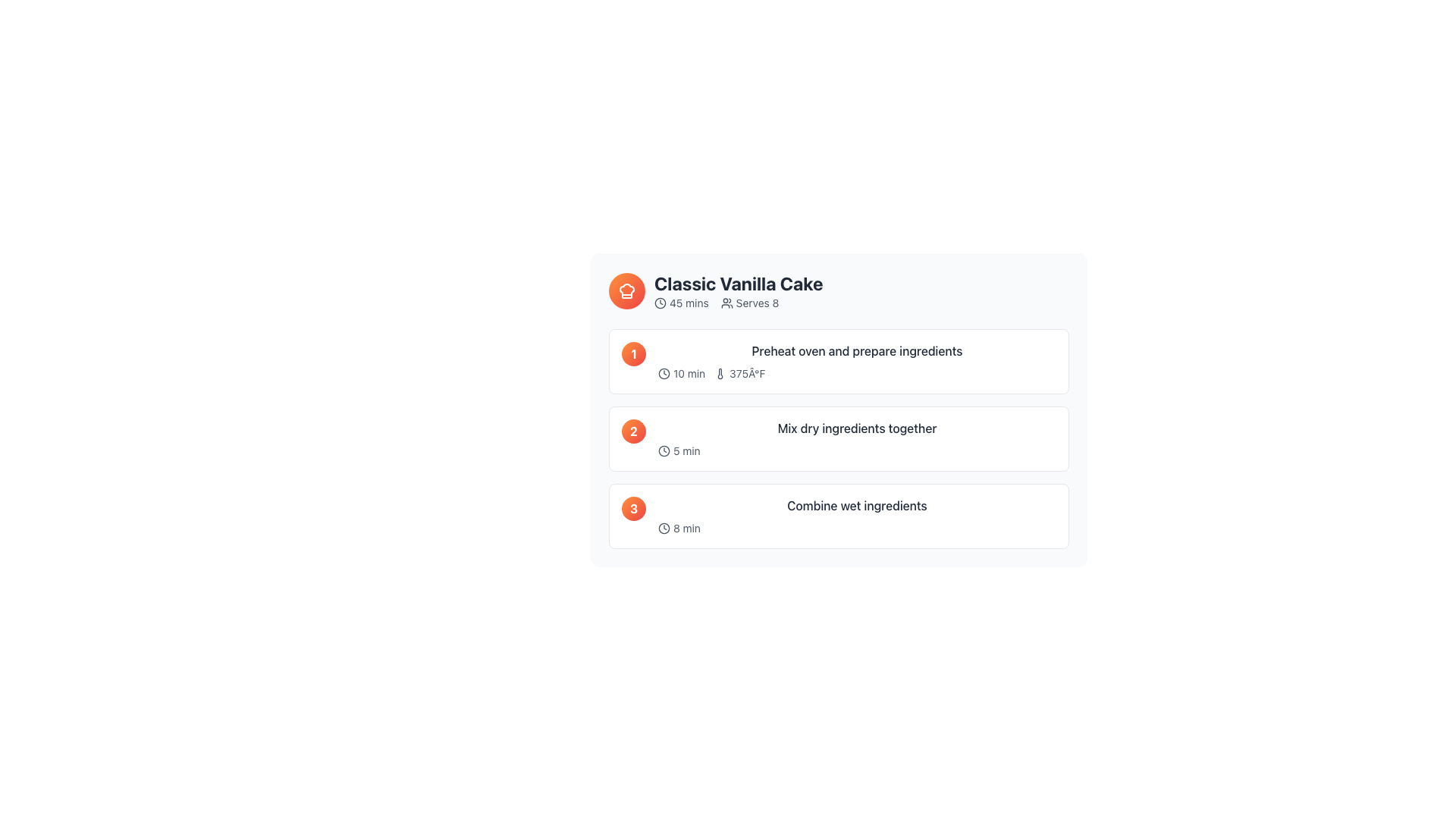 This screenshot has height=819, width=1456. What do you see at coordinates (664, 528) in the screenshot?
I see `the clock icon located next to the text '8 min' in the third row of the subsection labeled '3 Combine wet ingredients'` at bounding box center [664, 528].